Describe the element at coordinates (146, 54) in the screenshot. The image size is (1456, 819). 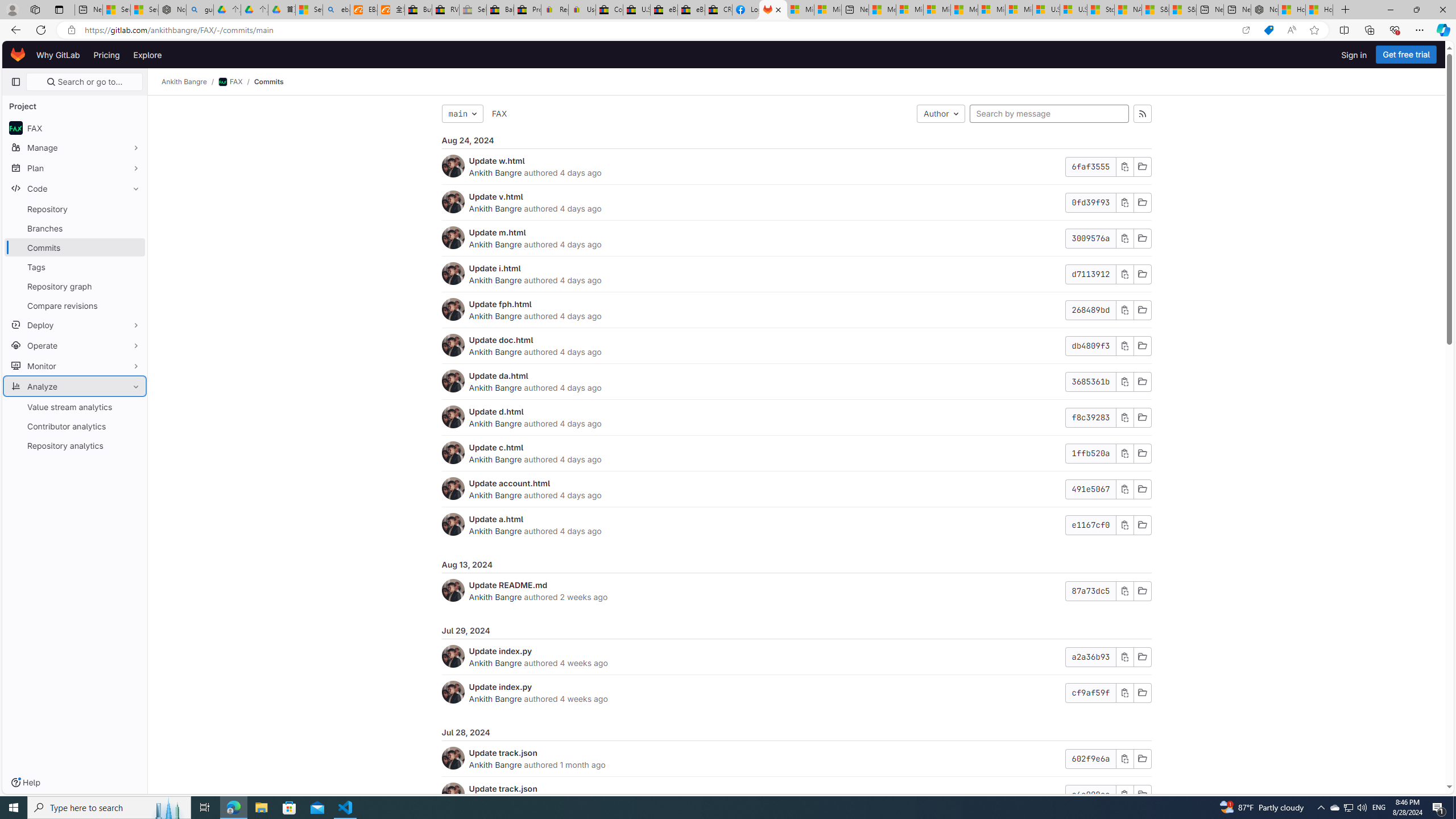
I see `'Explore'` at that location.